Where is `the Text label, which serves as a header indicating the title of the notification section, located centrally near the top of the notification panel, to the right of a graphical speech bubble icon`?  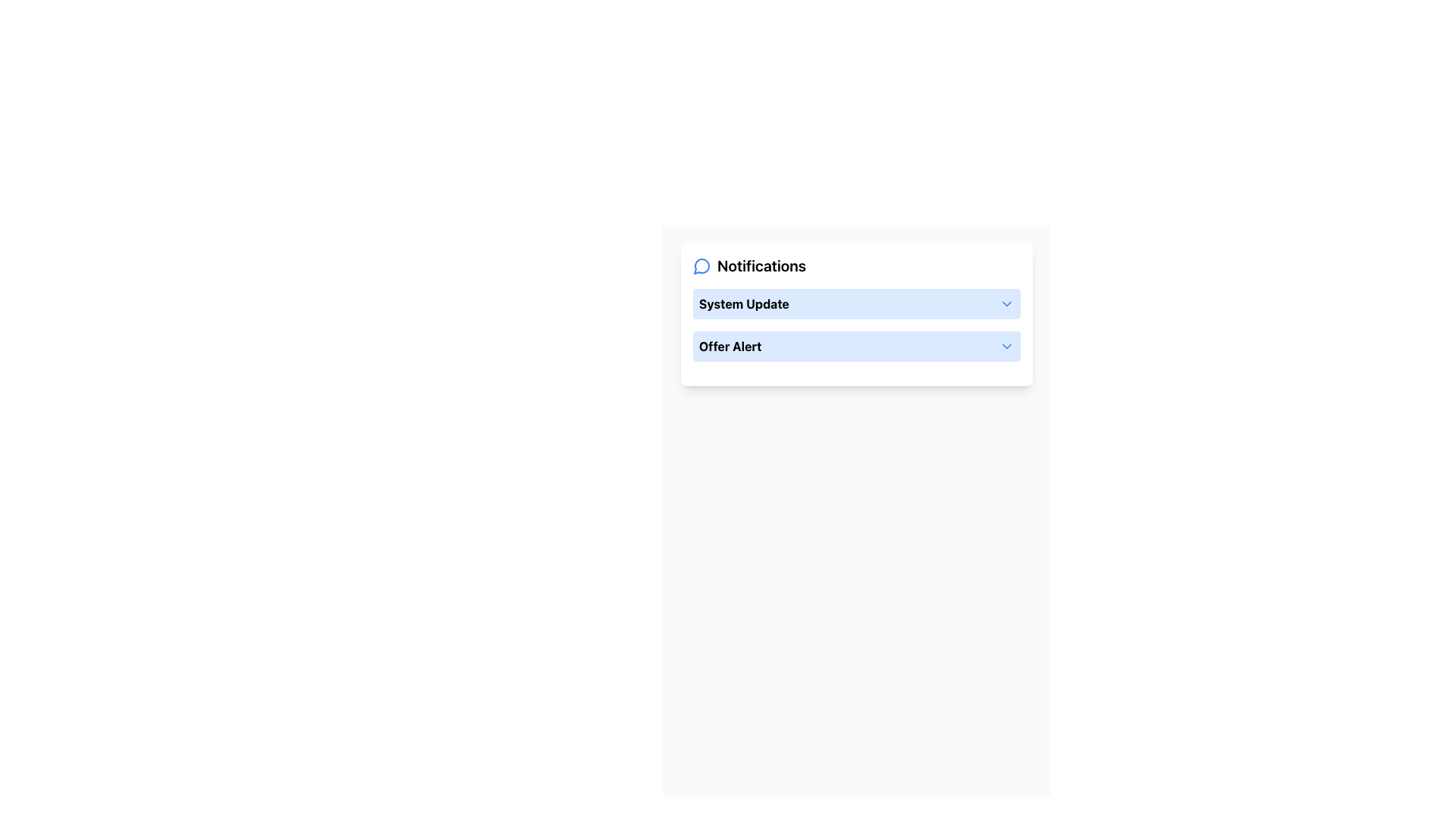
the Text label, which serves as a header indicating the title of the notification section, located centrally near the top of the notification panel, to the right of a graphical speech bubble icon is located at coordinates (761, 265).